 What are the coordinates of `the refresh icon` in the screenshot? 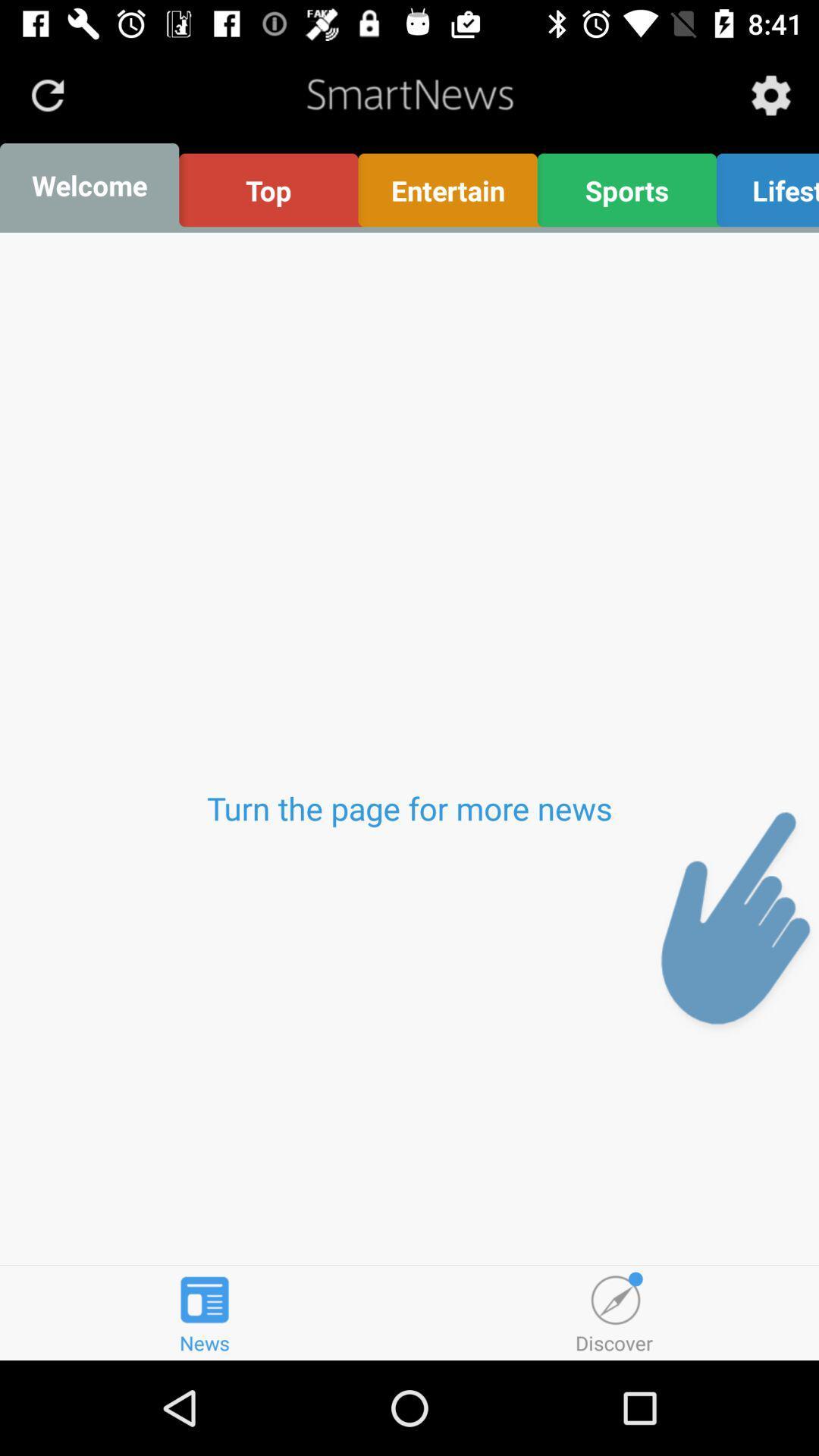 It's located at (46, 94).